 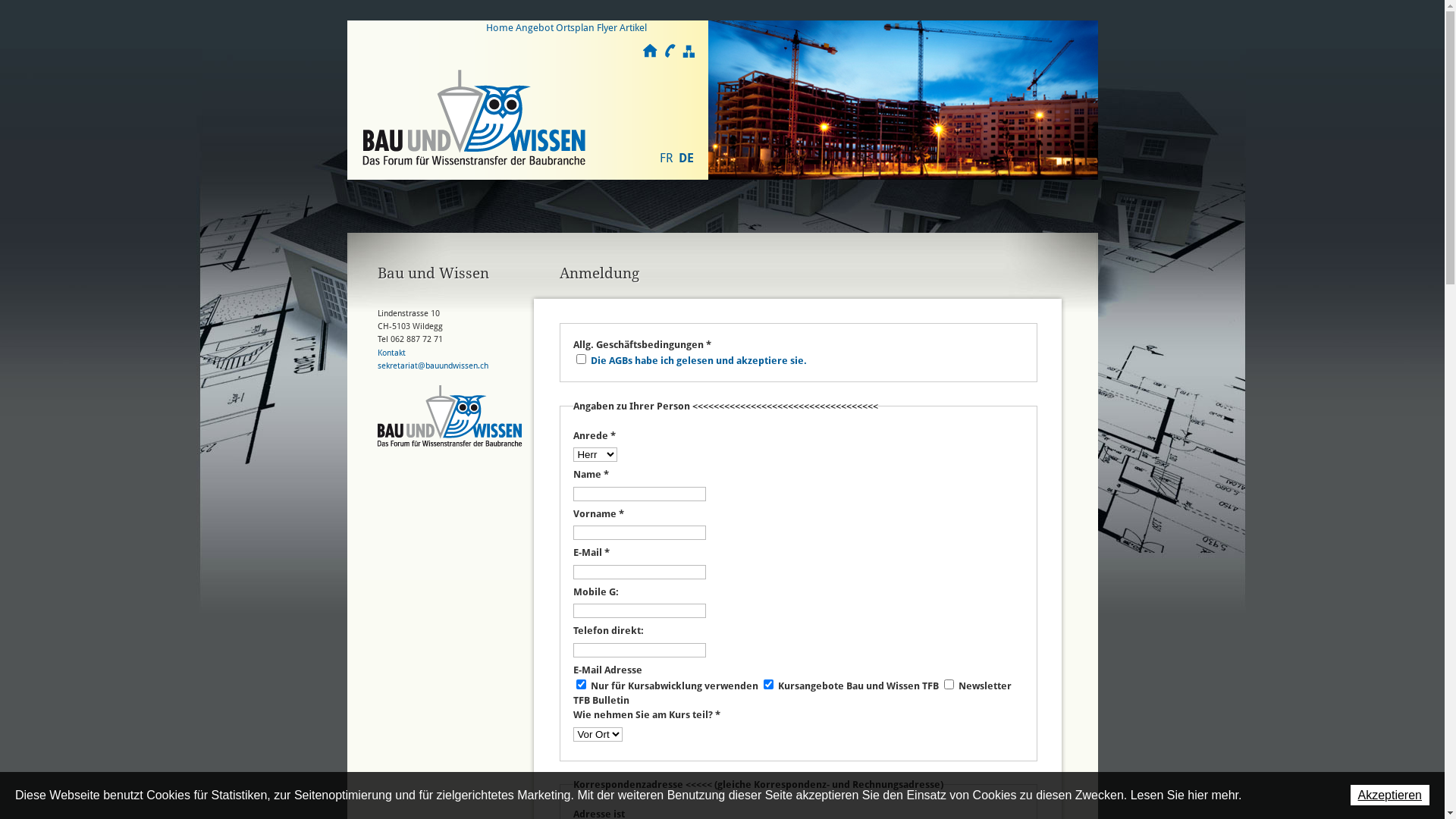 What do you see at coordinates (1389, 794) in the screenshot?
I see `'Akzeptieren'` at bounding box center [1389, 794].